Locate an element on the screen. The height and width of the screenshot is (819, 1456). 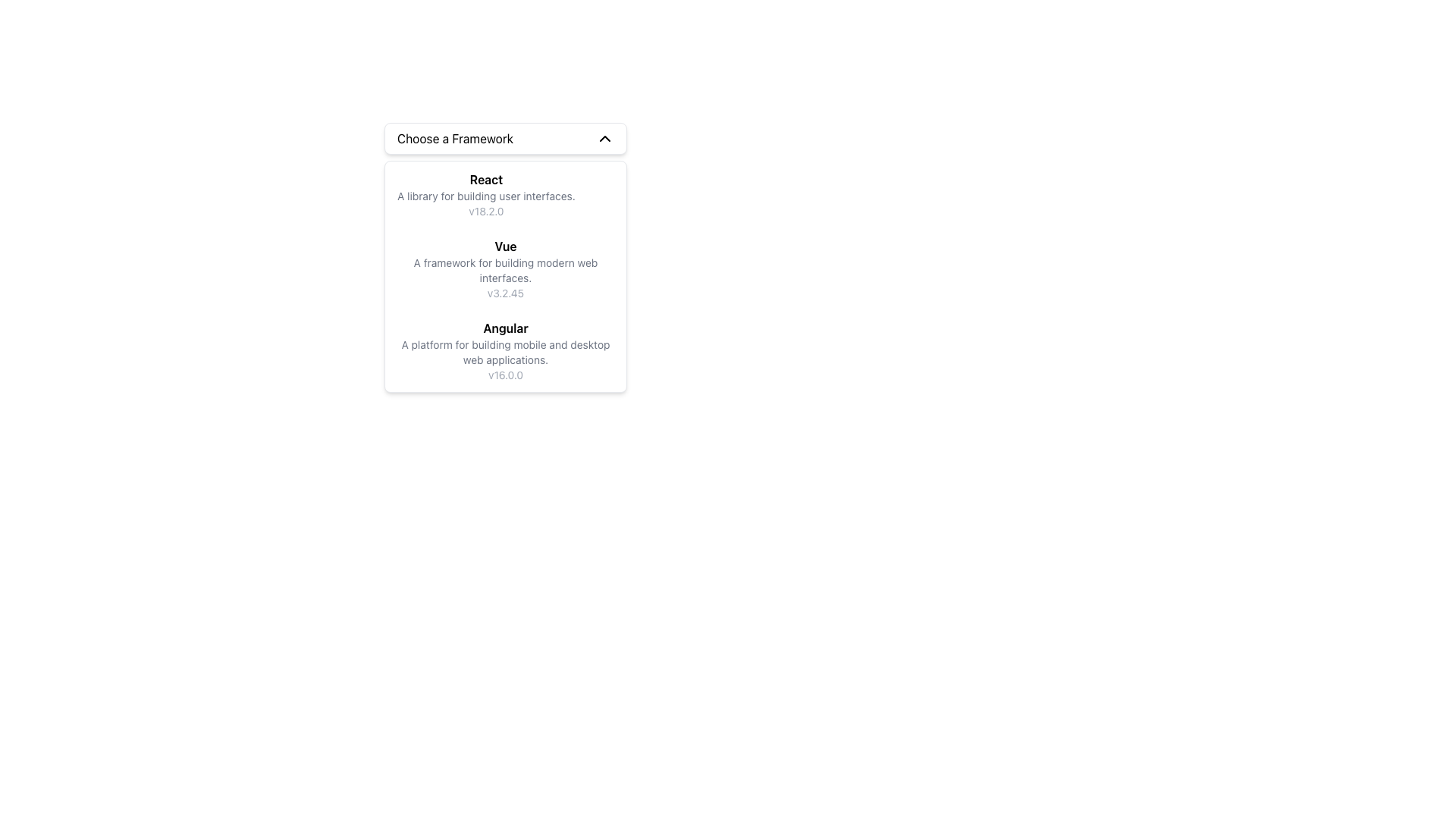
the text element that states 'A platform for building mobile and desktop web applications.' which is styled with a smaller font size and gray color, positioned below the title 'Angular' is located at coordinates (506, 353).